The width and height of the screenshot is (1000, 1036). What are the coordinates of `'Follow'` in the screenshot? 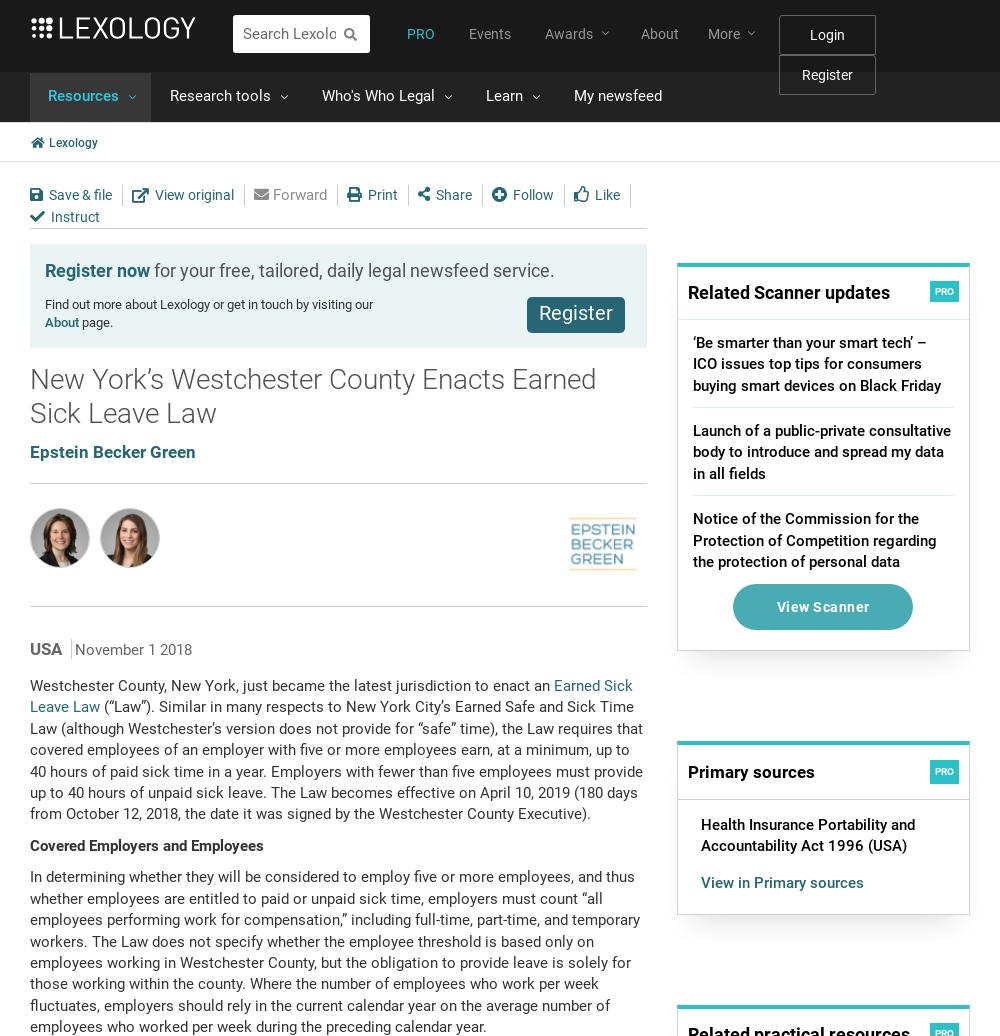 It's located at (533, 194).